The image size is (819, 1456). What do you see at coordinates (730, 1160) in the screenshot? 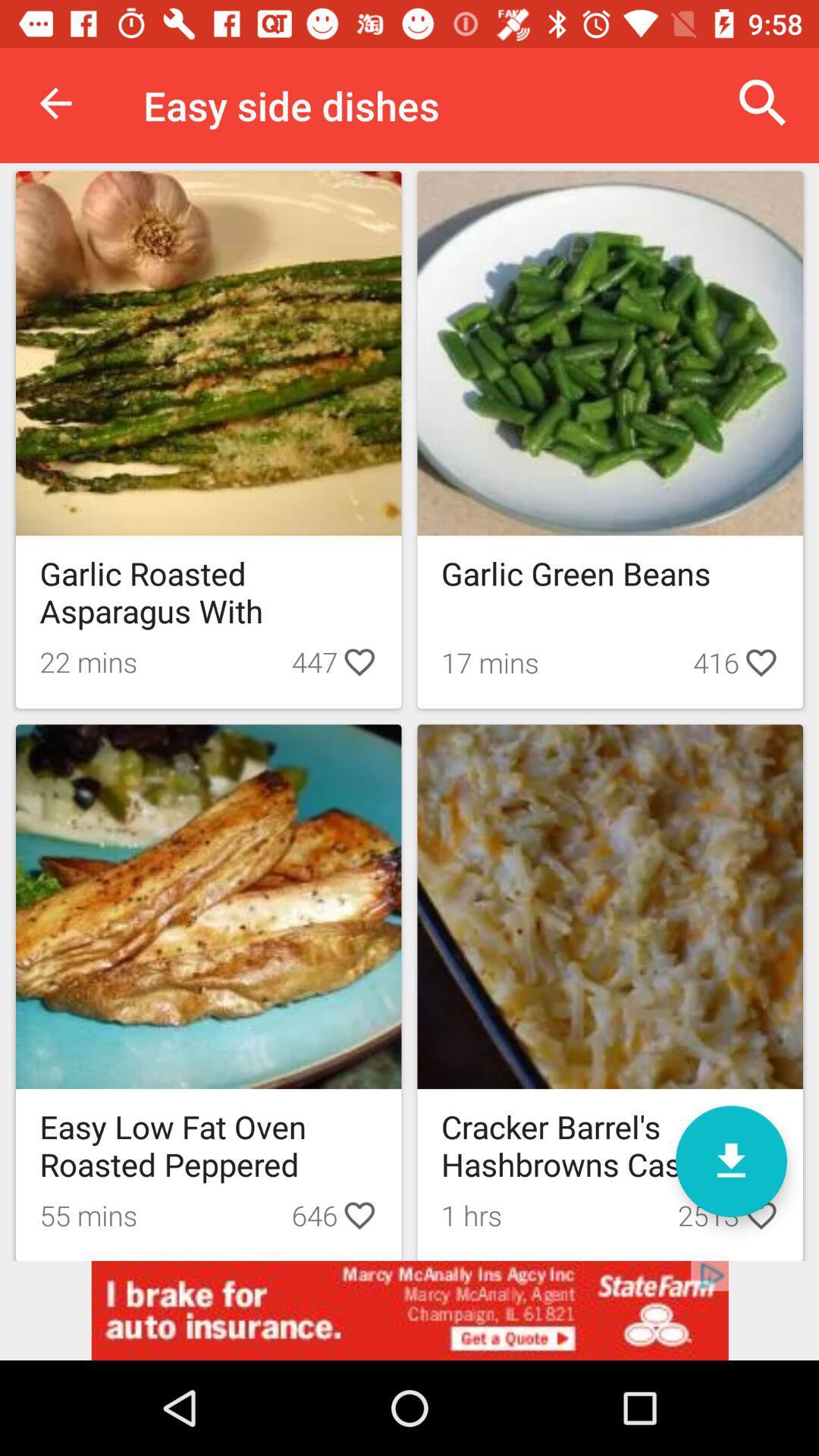
I see `download recipe` at bounding box center [730, 1160].